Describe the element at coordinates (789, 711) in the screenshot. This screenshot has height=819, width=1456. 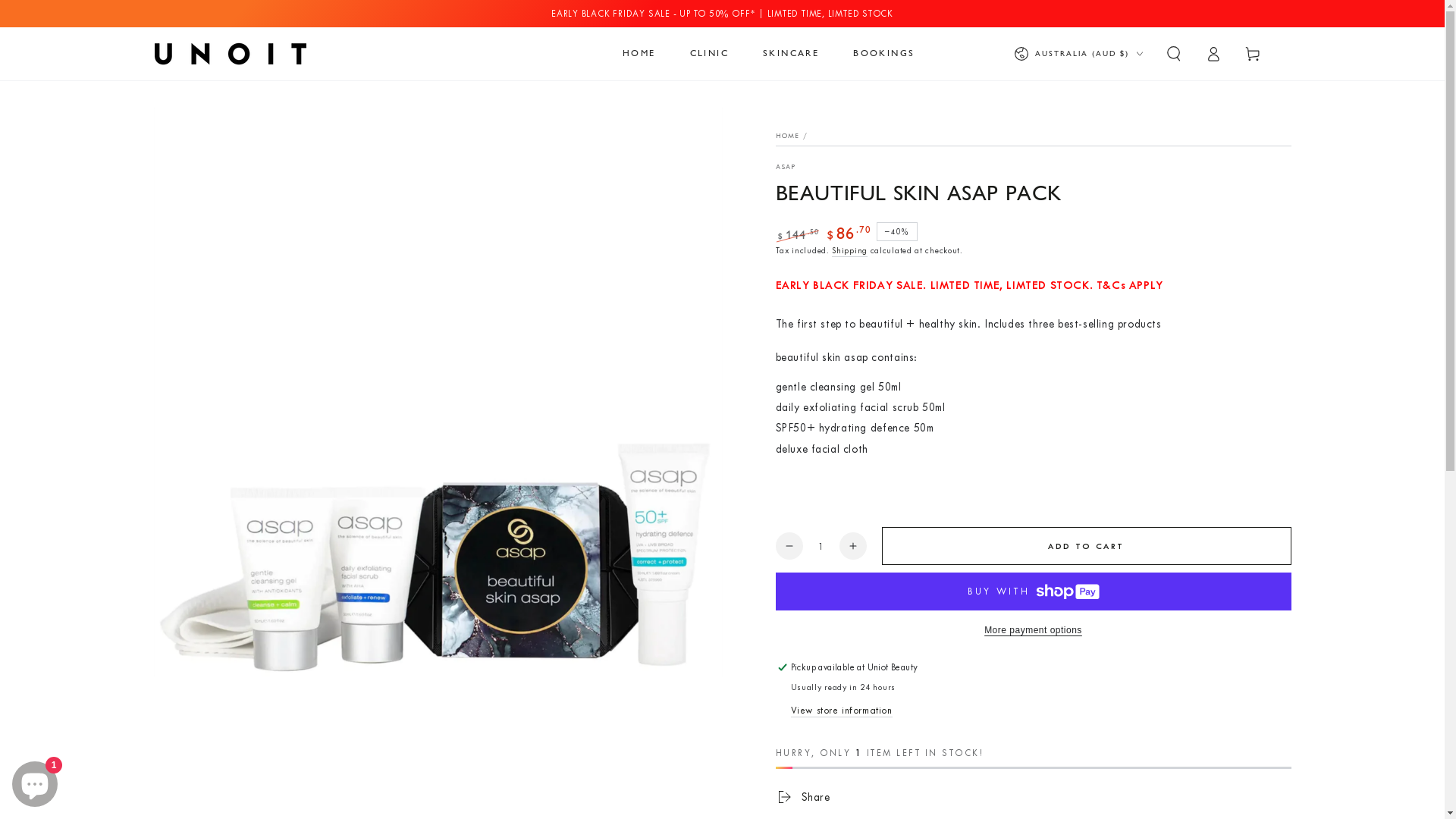
I see `'View store information'` at that location.